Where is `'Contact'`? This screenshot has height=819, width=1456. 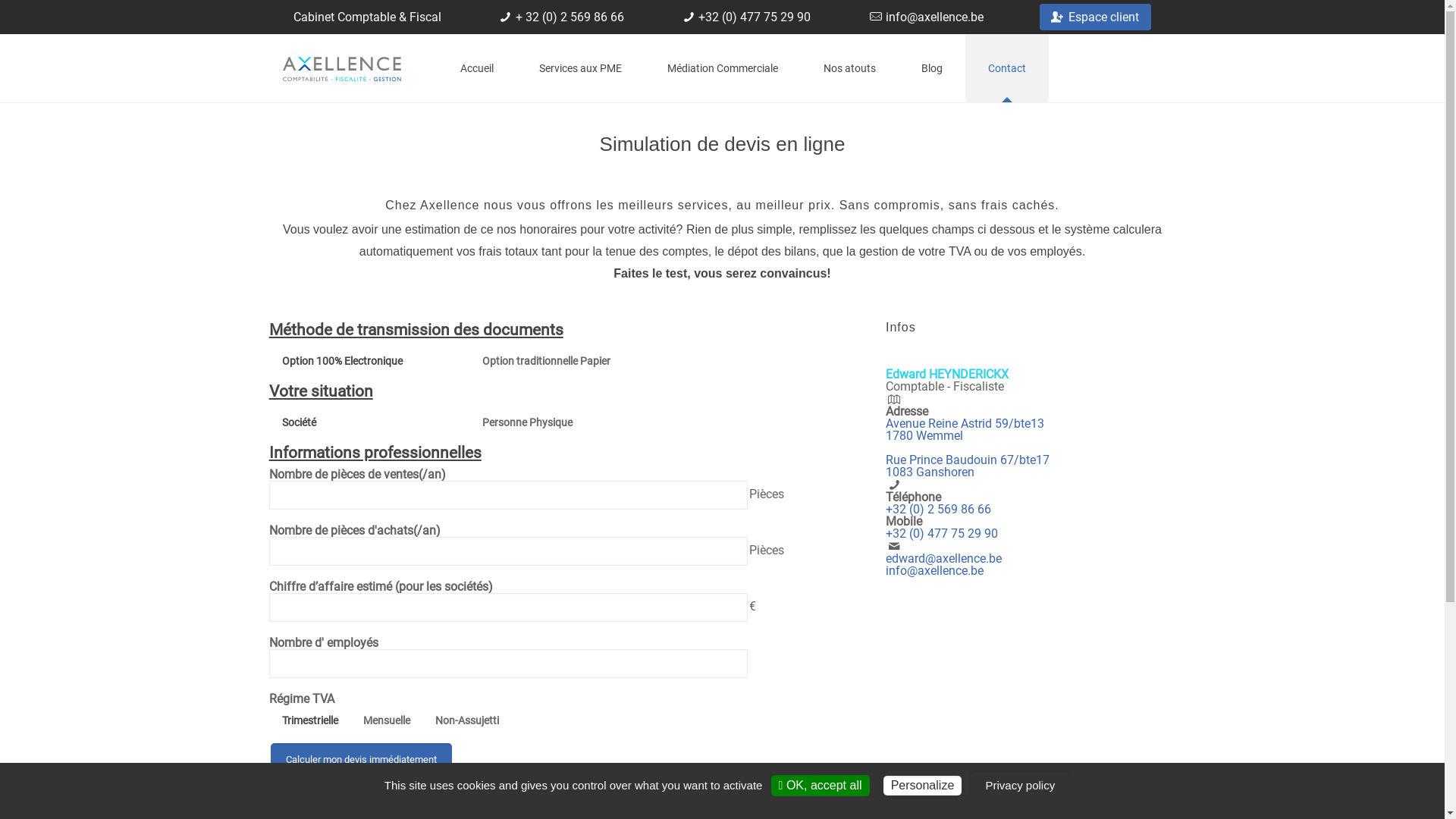
'Contact' is located at coordinates (1006, 67).